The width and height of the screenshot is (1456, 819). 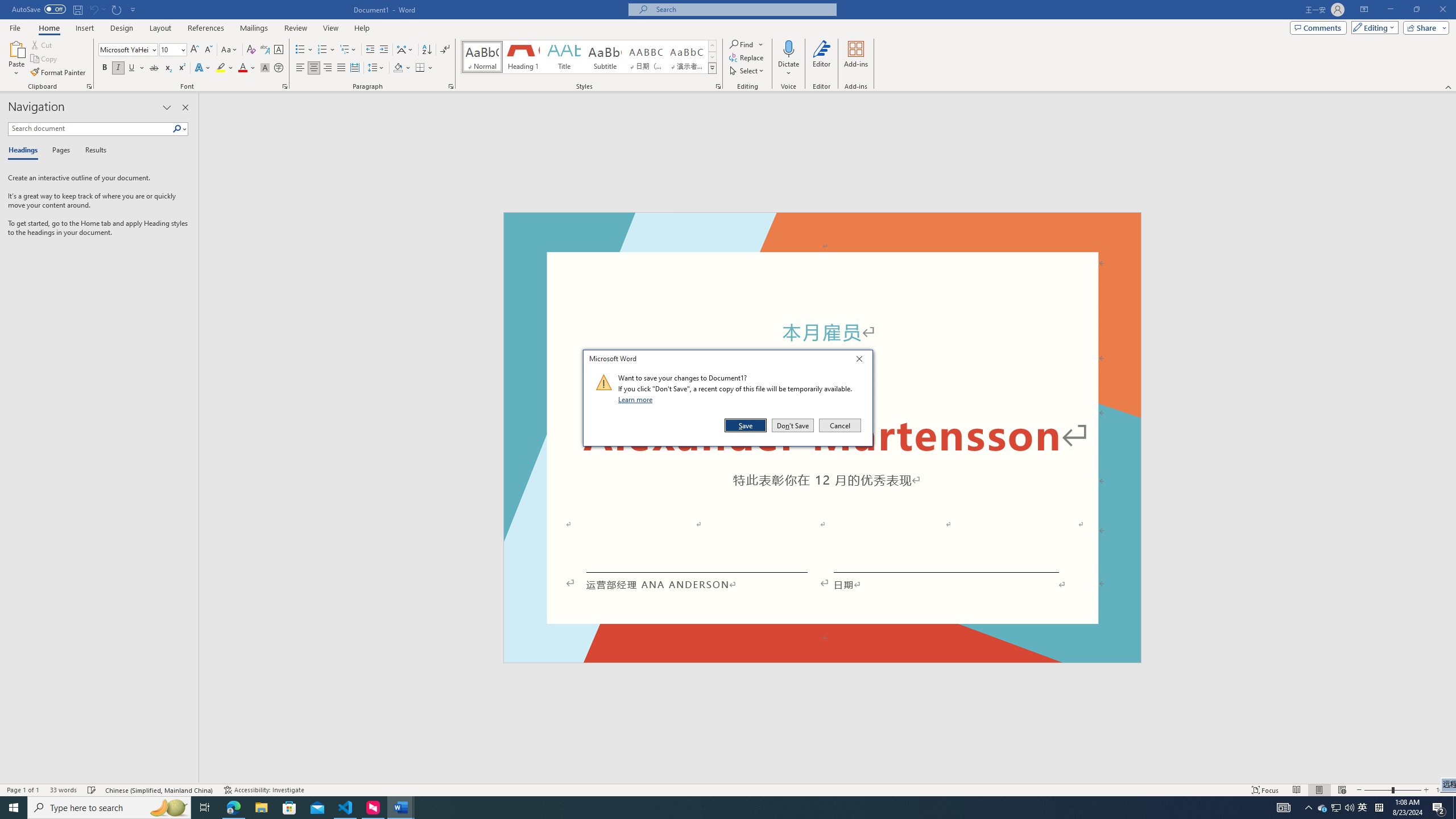 I want to click on 'Heading 1', so click(x=522, y=56).